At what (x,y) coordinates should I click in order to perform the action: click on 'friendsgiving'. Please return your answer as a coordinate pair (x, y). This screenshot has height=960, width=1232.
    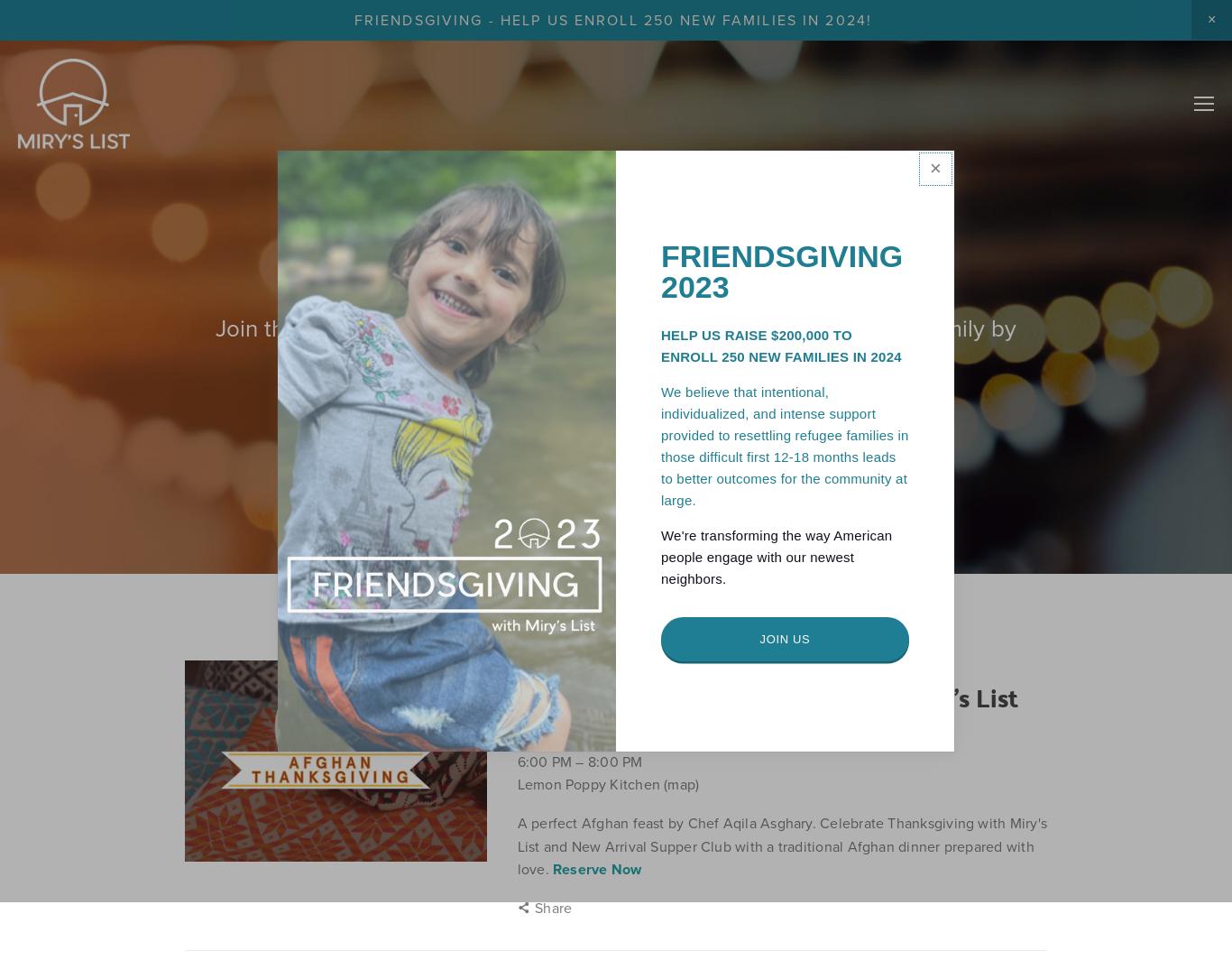
    Looking at the image, I should click on (917, 668).